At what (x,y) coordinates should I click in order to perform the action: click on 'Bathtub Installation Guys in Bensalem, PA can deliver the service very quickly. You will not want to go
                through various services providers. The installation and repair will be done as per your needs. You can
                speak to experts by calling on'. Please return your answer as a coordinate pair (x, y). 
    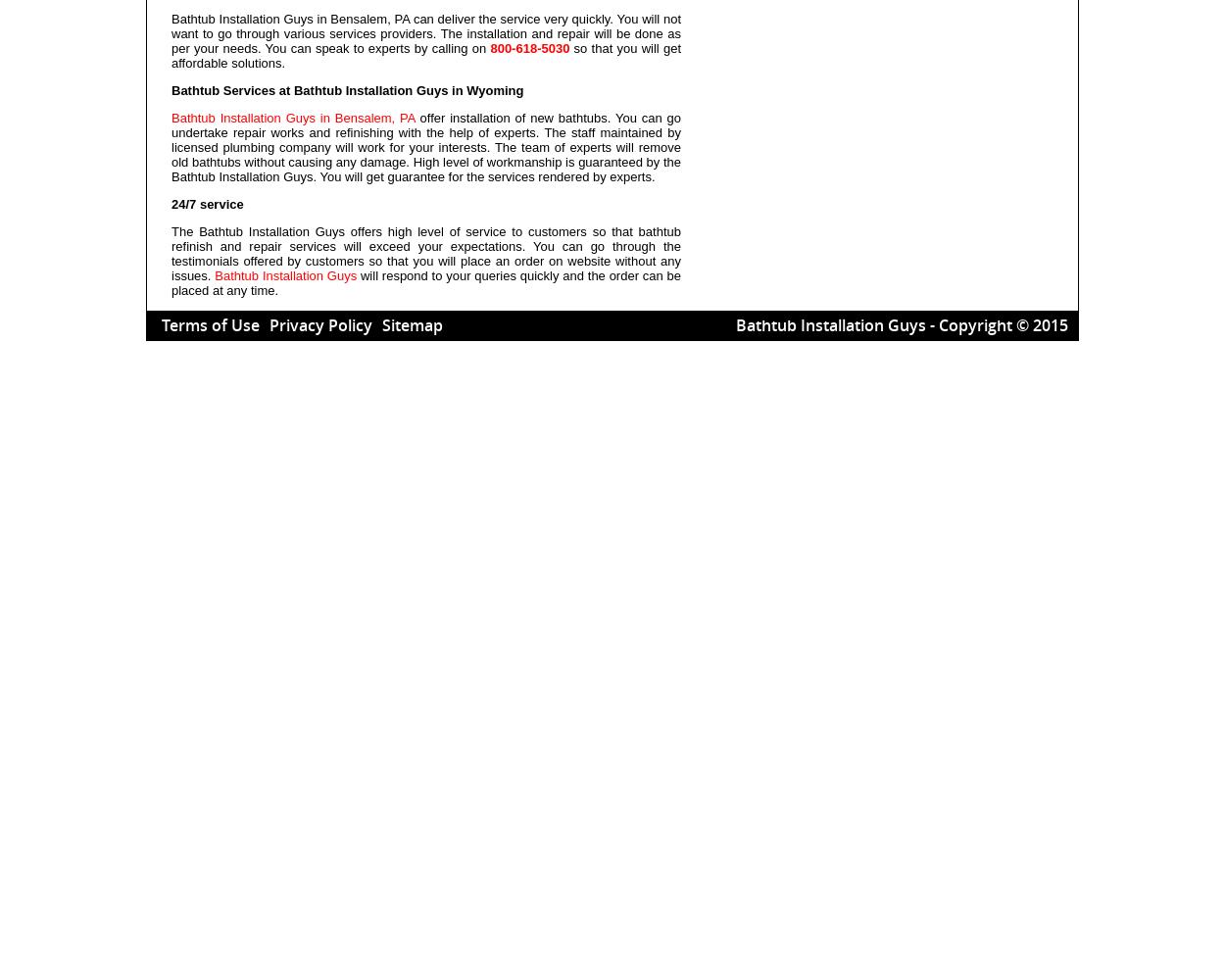
    Looking at the image, I should click on (425, 33).